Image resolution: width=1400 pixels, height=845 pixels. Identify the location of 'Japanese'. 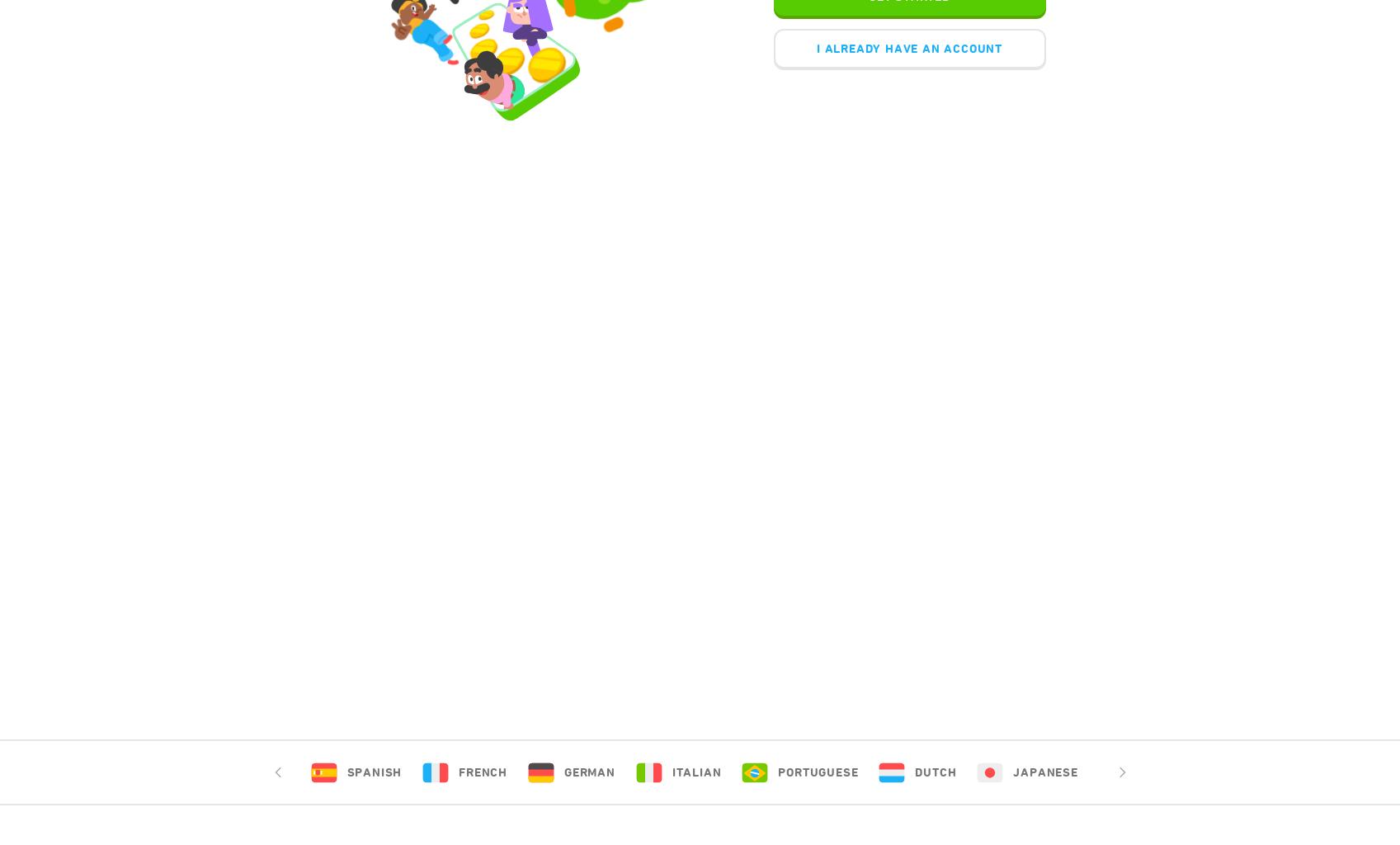
(1044, 772).